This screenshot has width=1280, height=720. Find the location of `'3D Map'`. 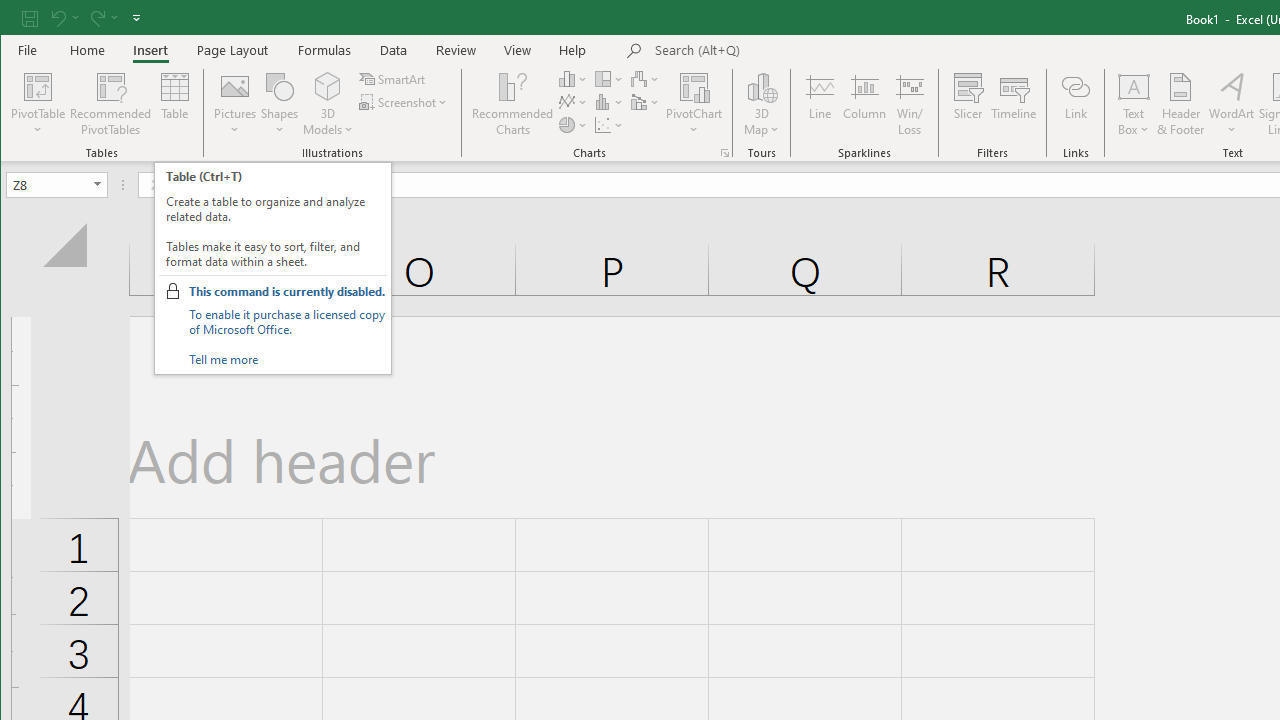

'3D Map' is located at coordinates (761, 85).